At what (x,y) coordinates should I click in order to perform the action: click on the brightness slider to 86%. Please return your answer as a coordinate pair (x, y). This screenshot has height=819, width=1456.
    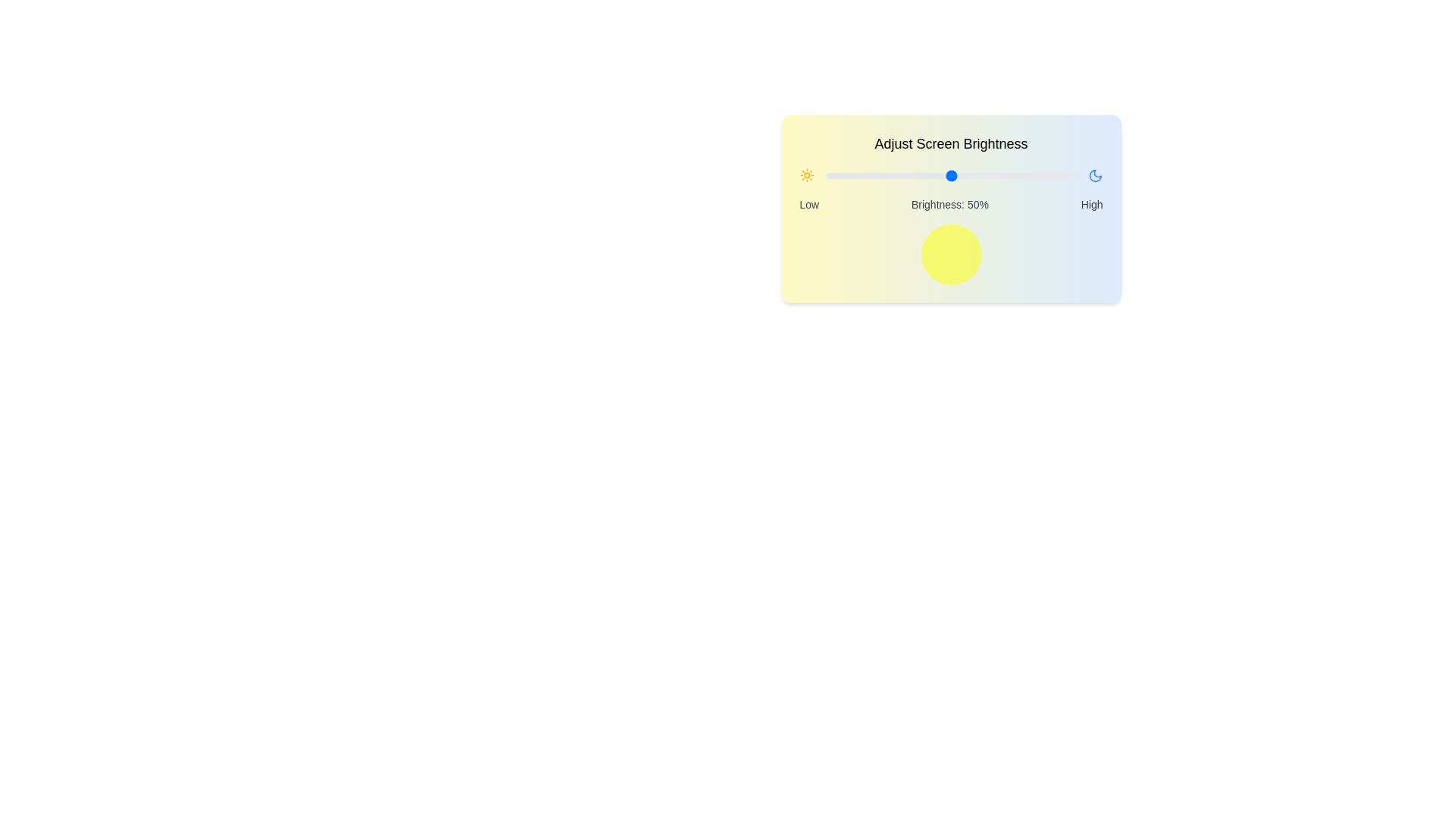
    Looking at the image, I should click on (1040, 174).